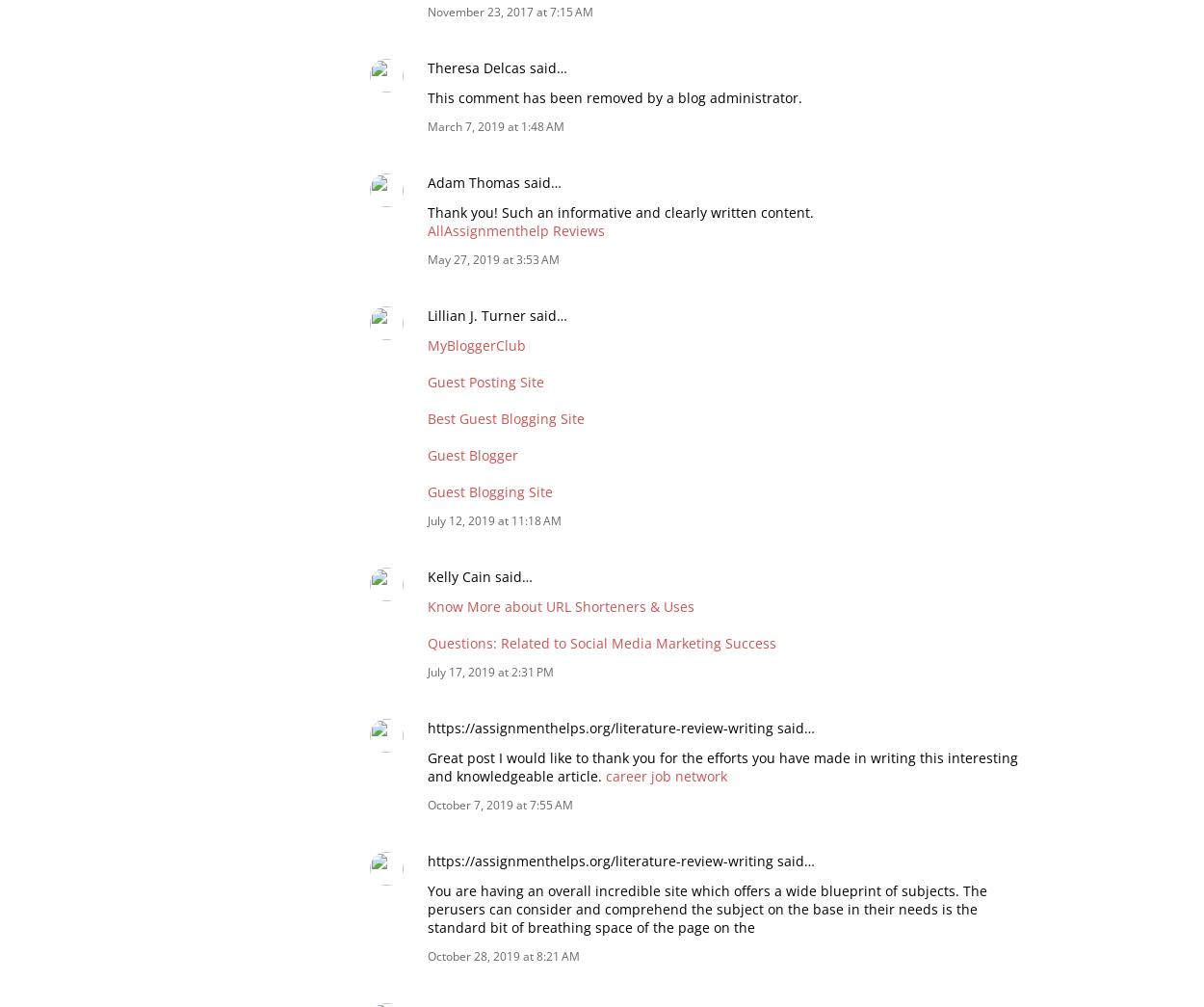 This screenshot has width=1204, height=1007. What do you see at coordinates (472, 453) in the screenshot?
I see `'Guest Blogger'` at bounding box center [472, 453].